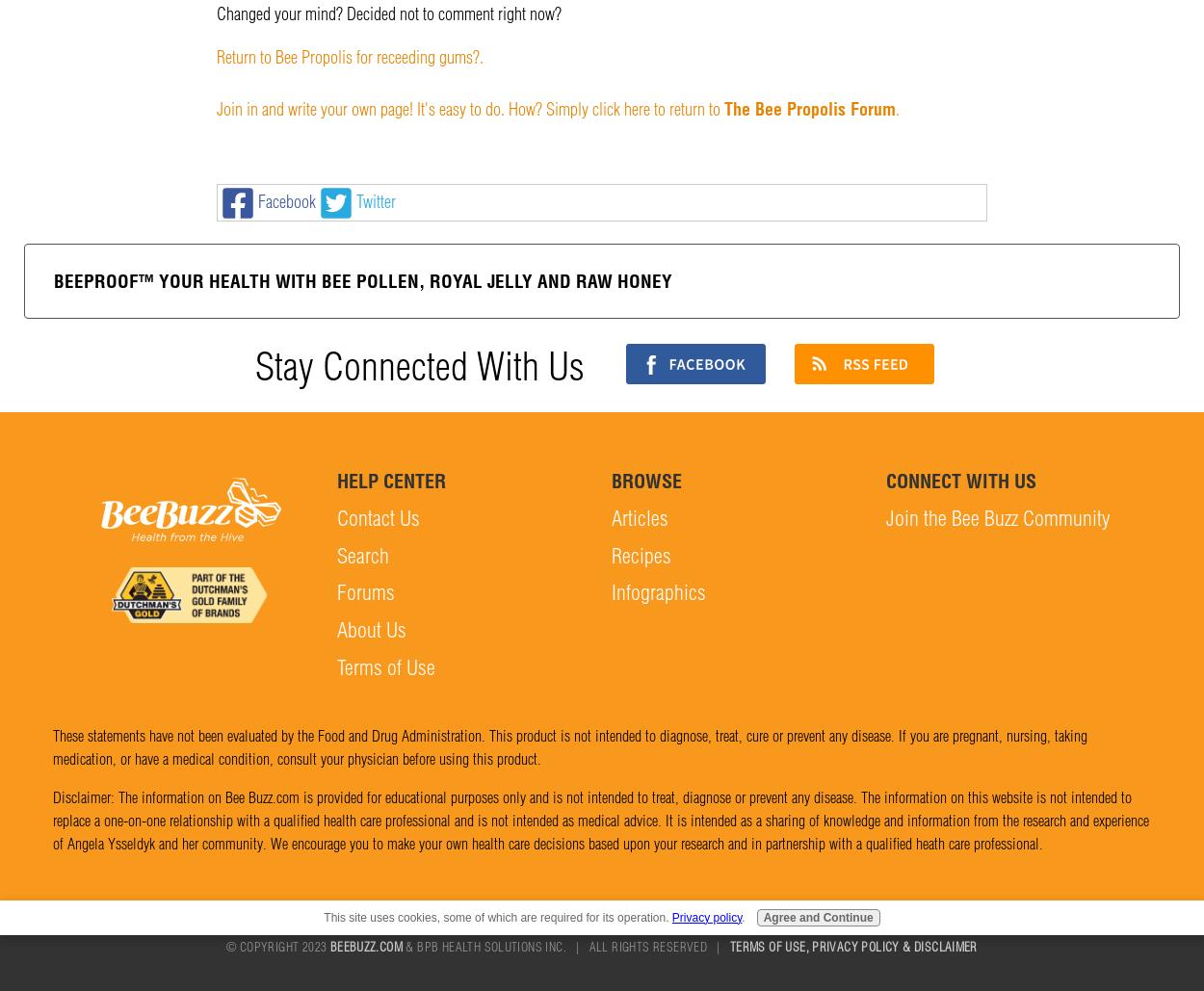  What do you see at coordinates (612, 592) in the screenshot?
I see `'Infographics'` at bounding box center [612, 592].